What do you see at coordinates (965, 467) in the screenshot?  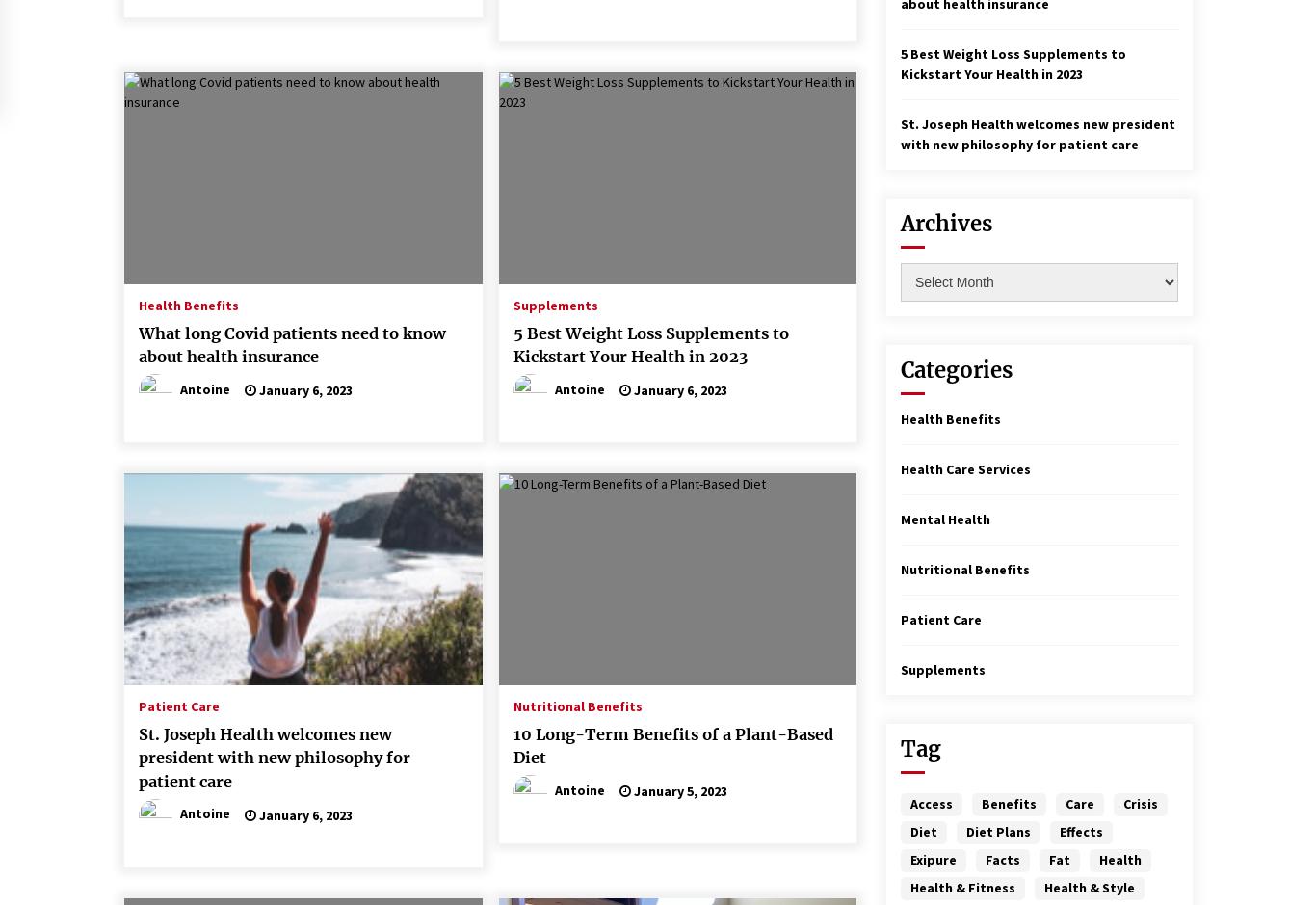 I see `'Health Care Services'` at bounding box center [965, 467].